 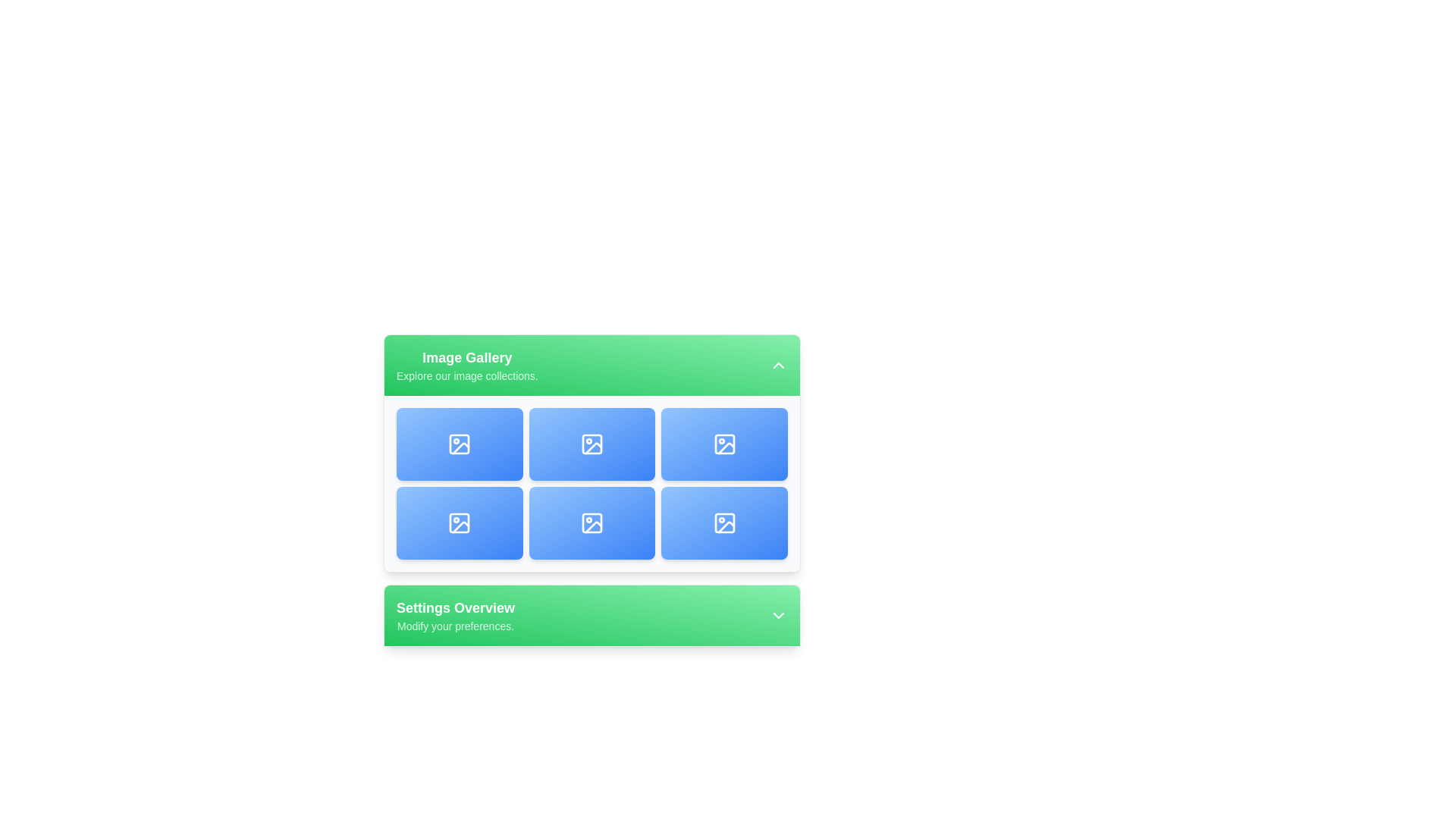 I want to click on the button located, so click(x=591, y=522).